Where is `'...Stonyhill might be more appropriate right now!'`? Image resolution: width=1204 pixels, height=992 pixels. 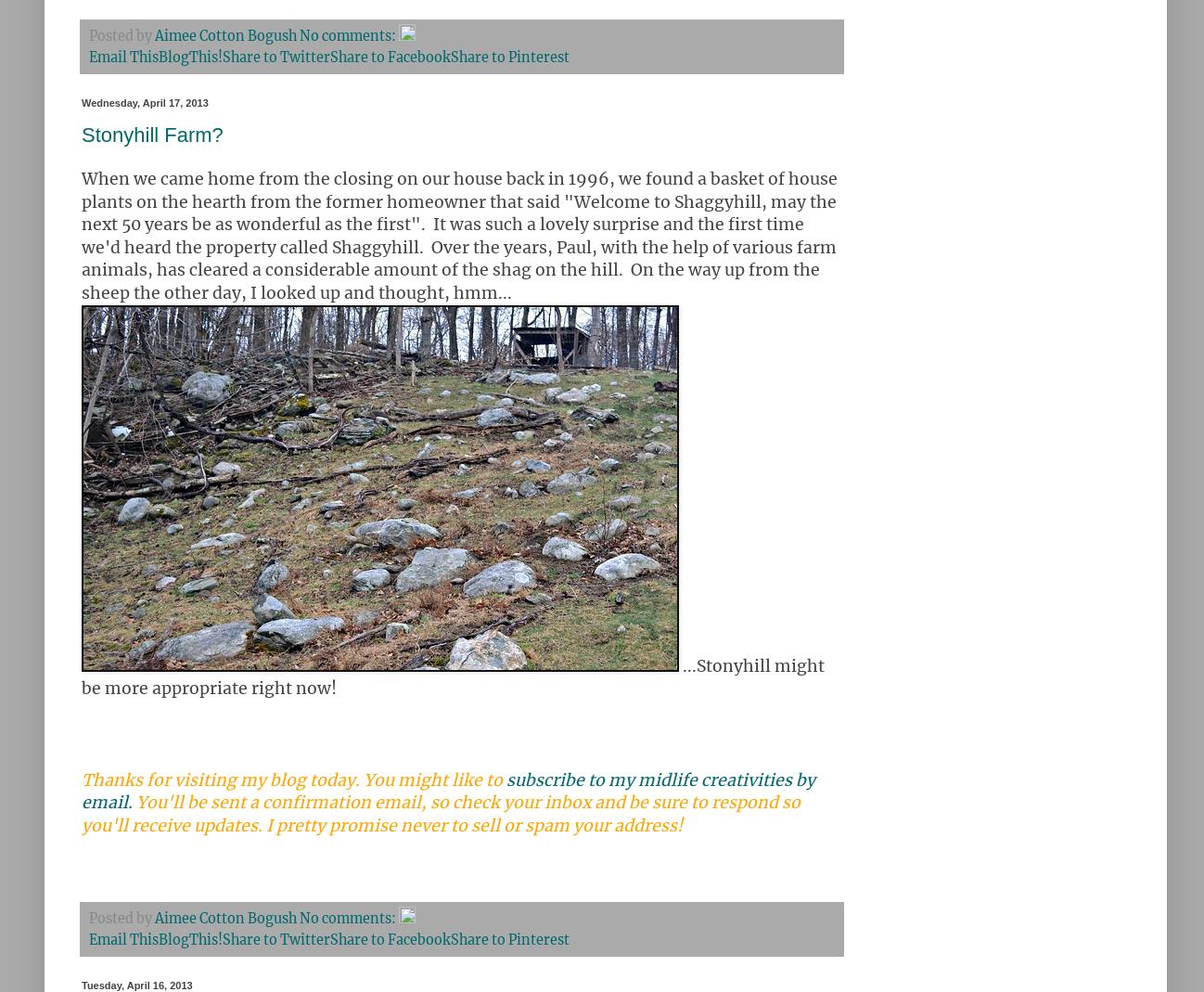 '...Stonyhill might be more appropriate right now!' is located at coordinates (82, 676).